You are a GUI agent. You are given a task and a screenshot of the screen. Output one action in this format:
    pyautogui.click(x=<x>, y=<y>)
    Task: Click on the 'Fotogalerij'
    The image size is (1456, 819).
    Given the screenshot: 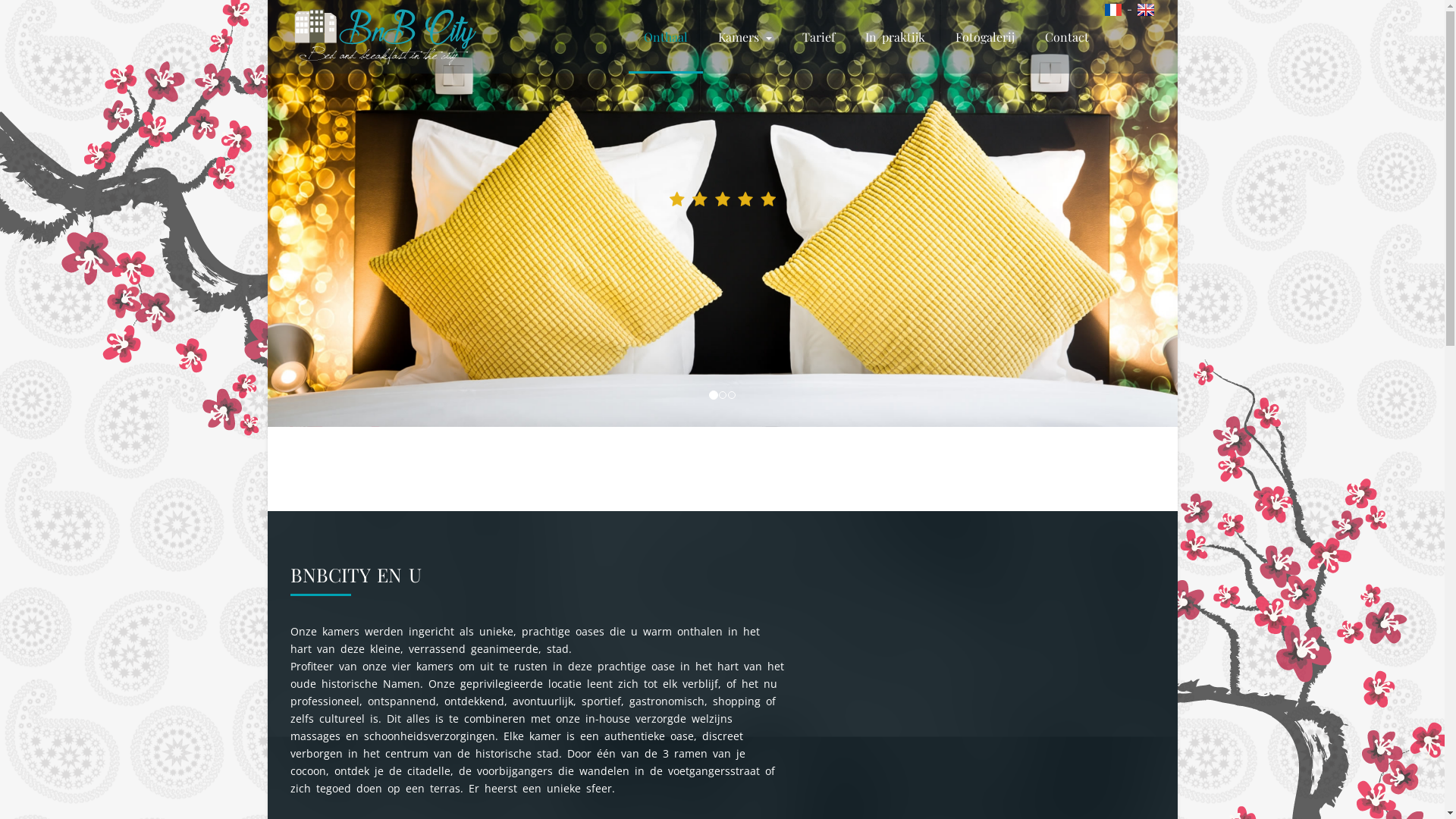 What is the action you would take?
    pyautogui.click(x=985, y=36)
    